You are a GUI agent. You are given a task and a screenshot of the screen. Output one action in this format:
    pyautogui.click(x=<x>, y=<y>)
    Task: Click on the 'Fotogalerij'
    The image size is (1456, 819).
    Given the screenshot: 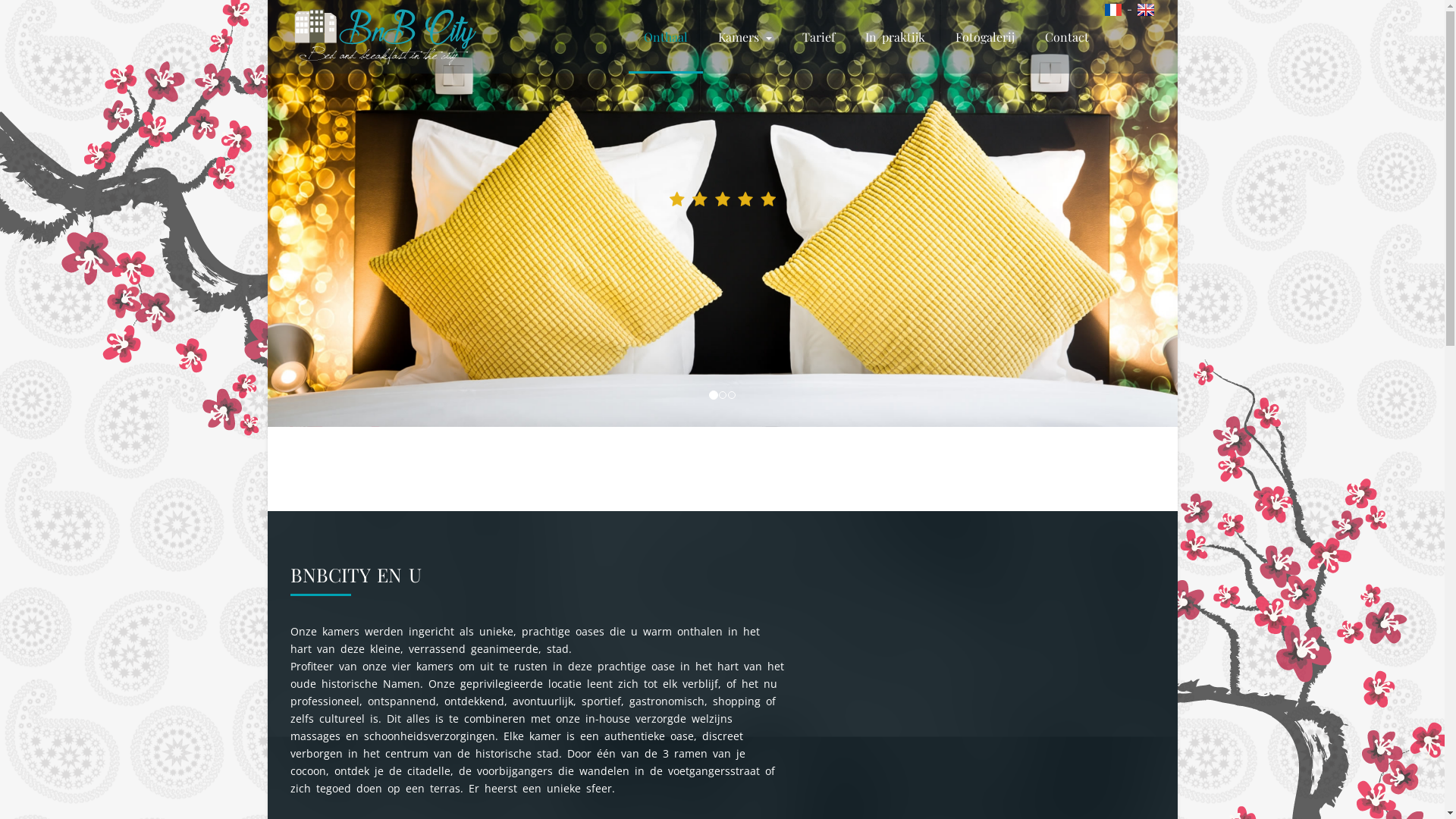 What is the action you would take?
    pyautogui.click(x=985, y=36)
    